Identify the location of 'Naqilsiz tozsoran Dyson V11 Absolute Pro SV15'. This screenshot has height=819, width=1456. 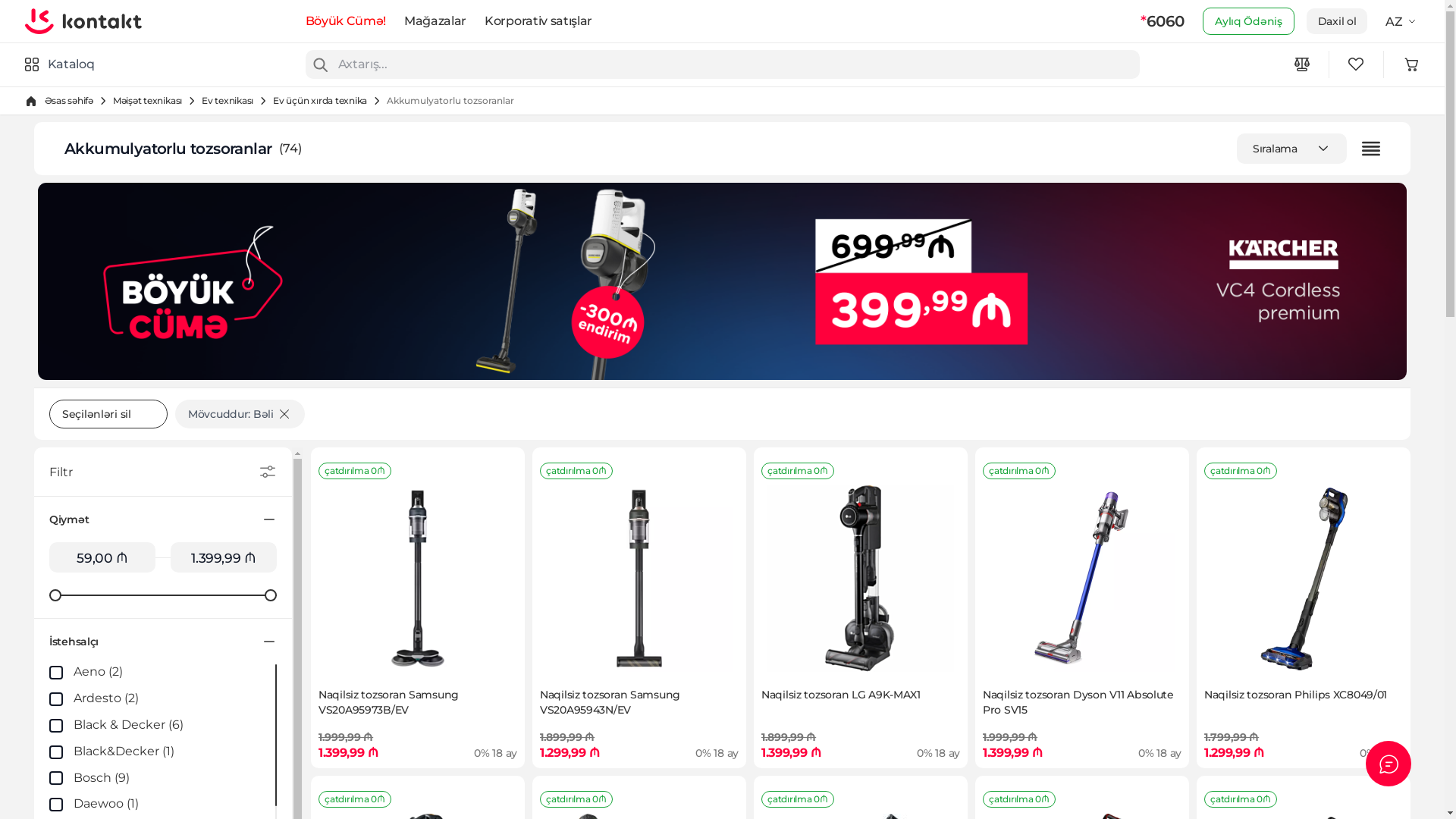
(1081, 579).